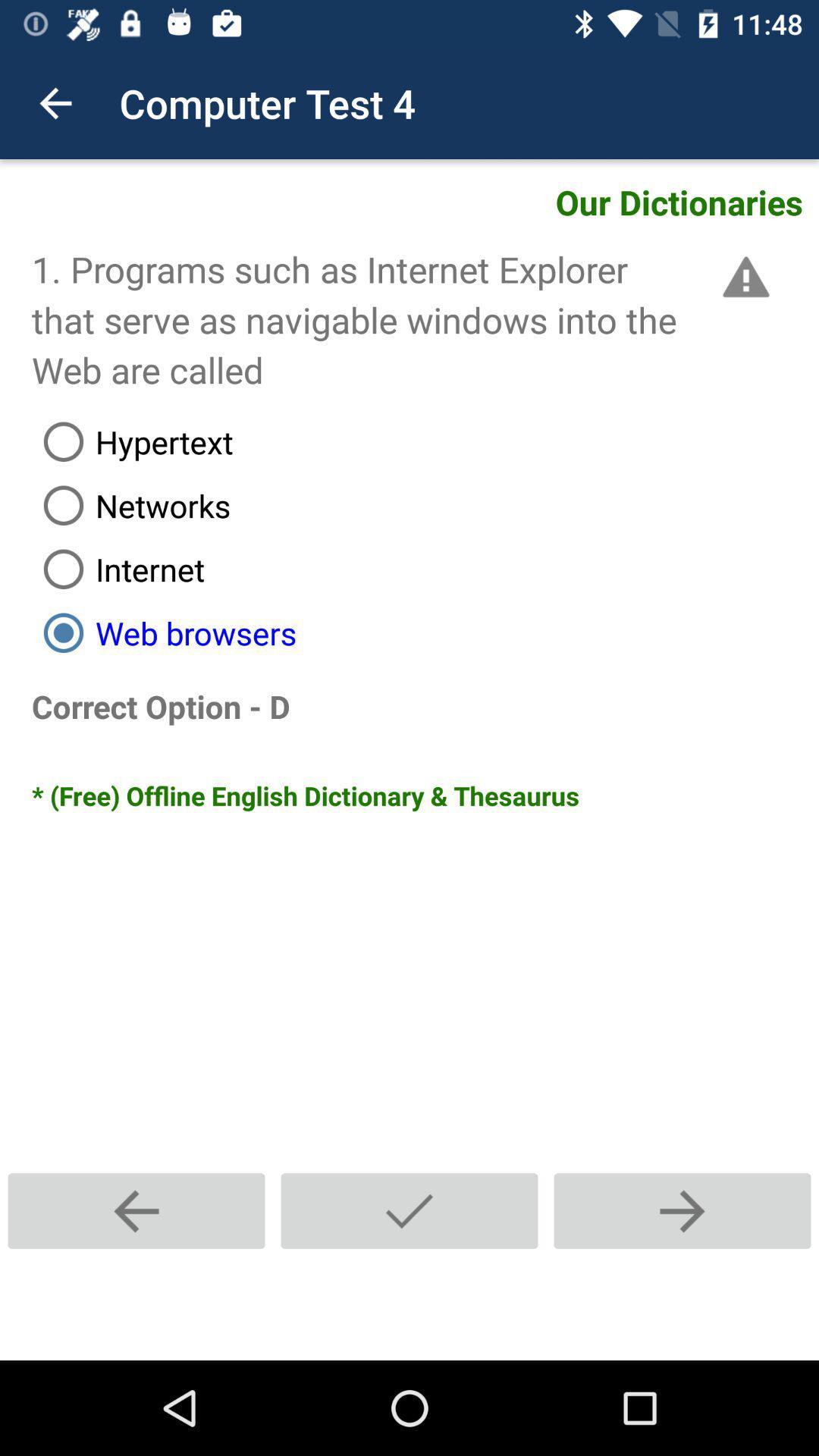  I want to click on go back, so click(136, 1210).